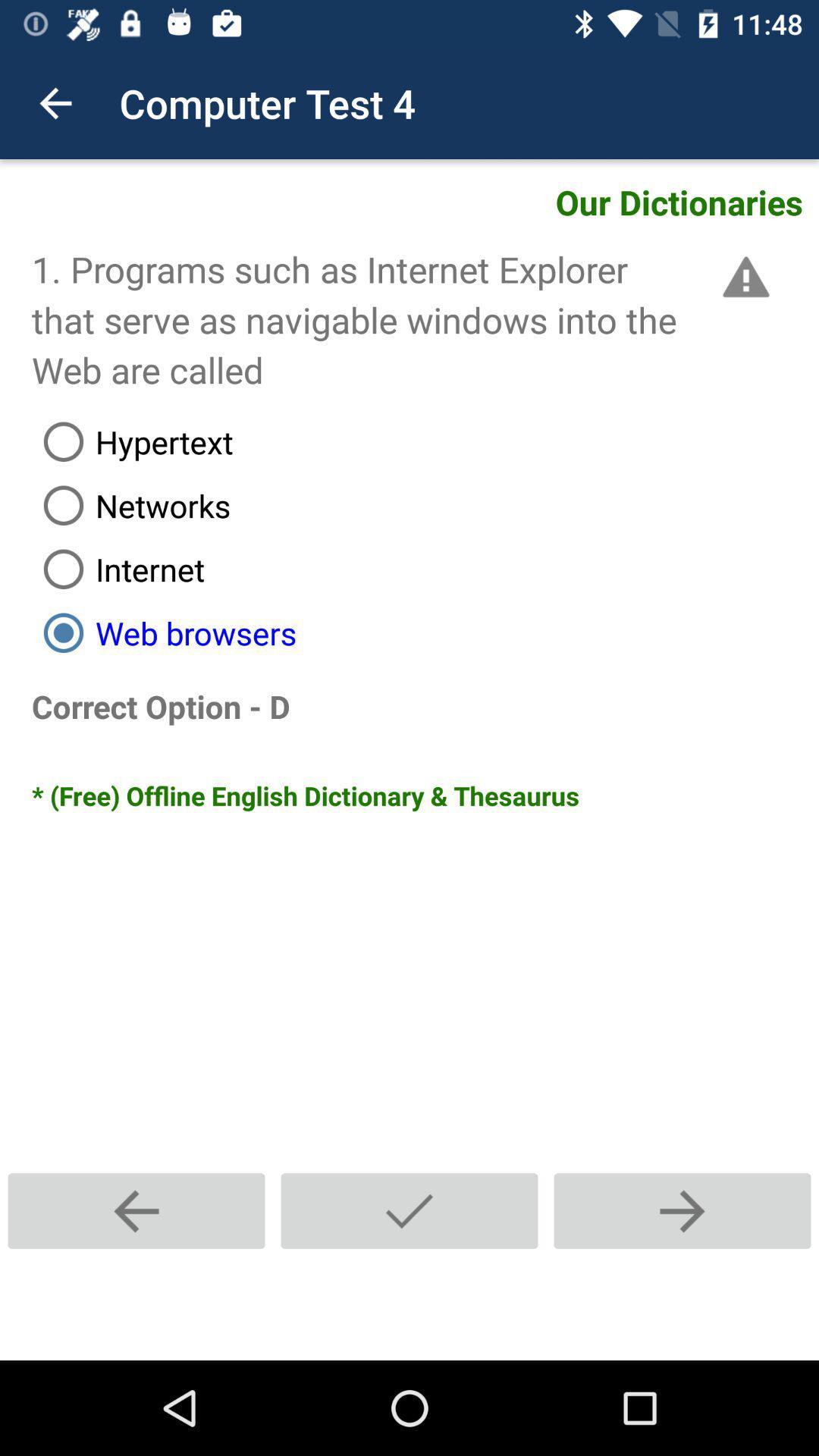  I want to click on go back, so click(136, 1210).